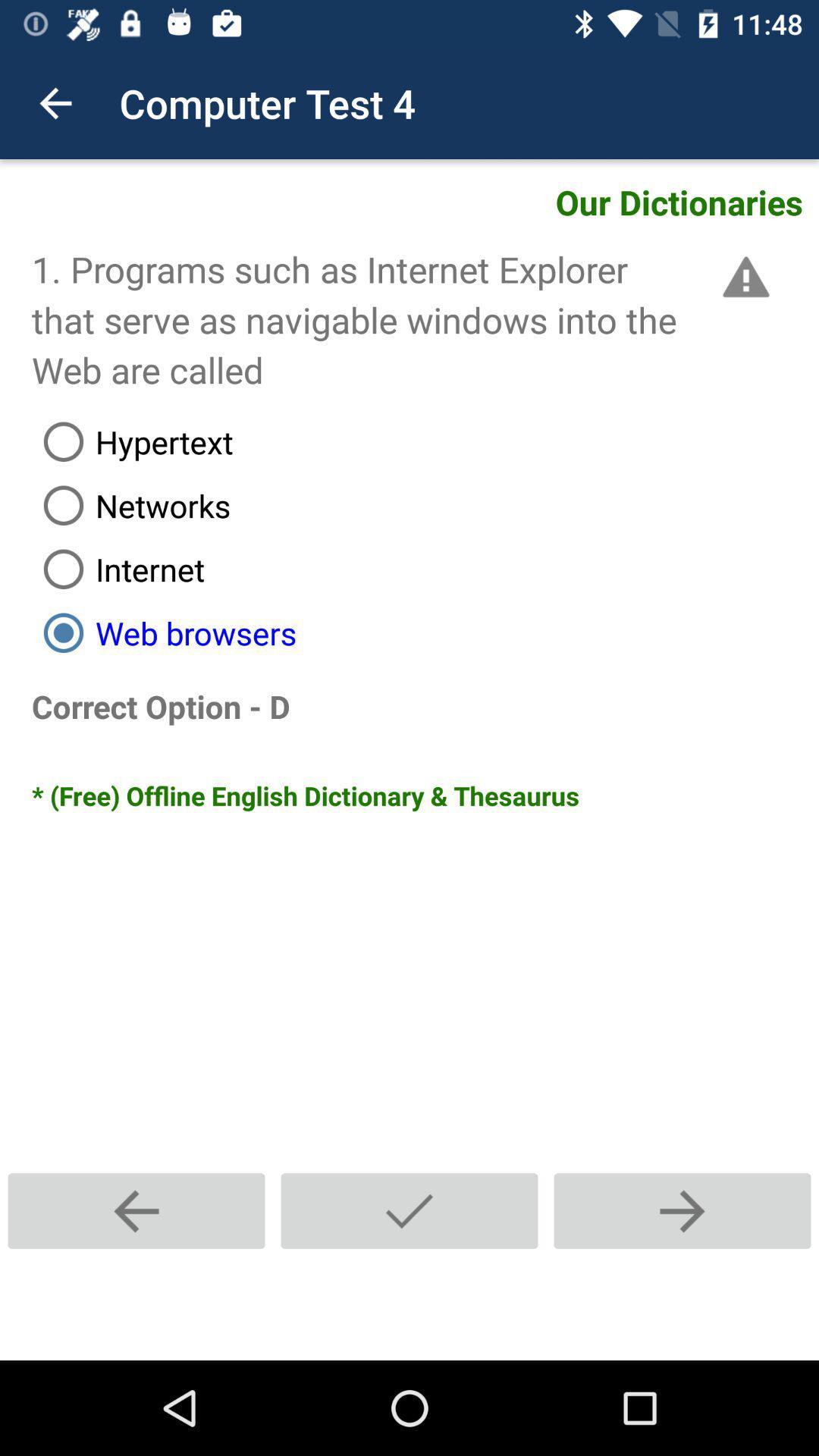  I want to click on go back, so click(136, 1210).